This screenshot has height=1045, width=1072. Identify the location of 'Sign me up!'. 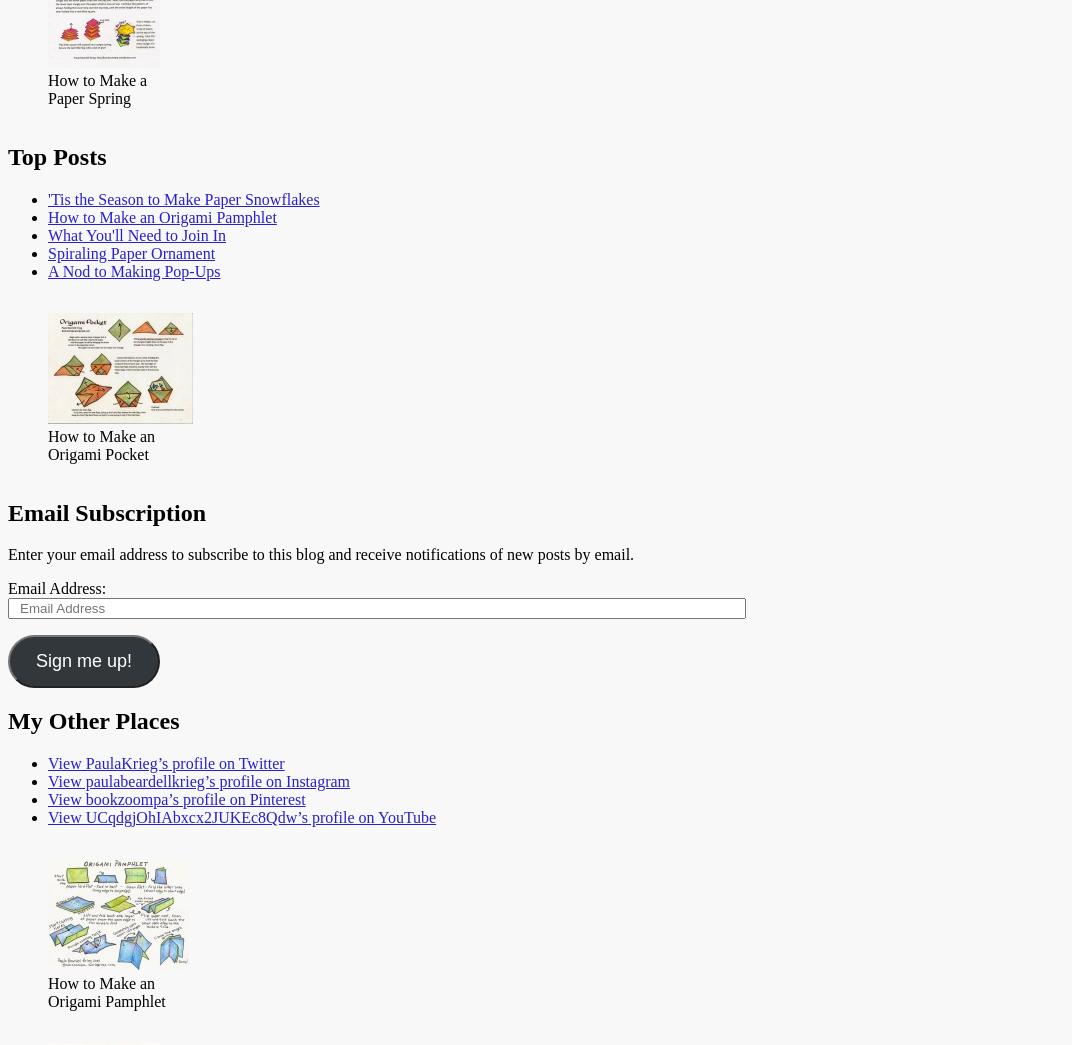
(83, 660).